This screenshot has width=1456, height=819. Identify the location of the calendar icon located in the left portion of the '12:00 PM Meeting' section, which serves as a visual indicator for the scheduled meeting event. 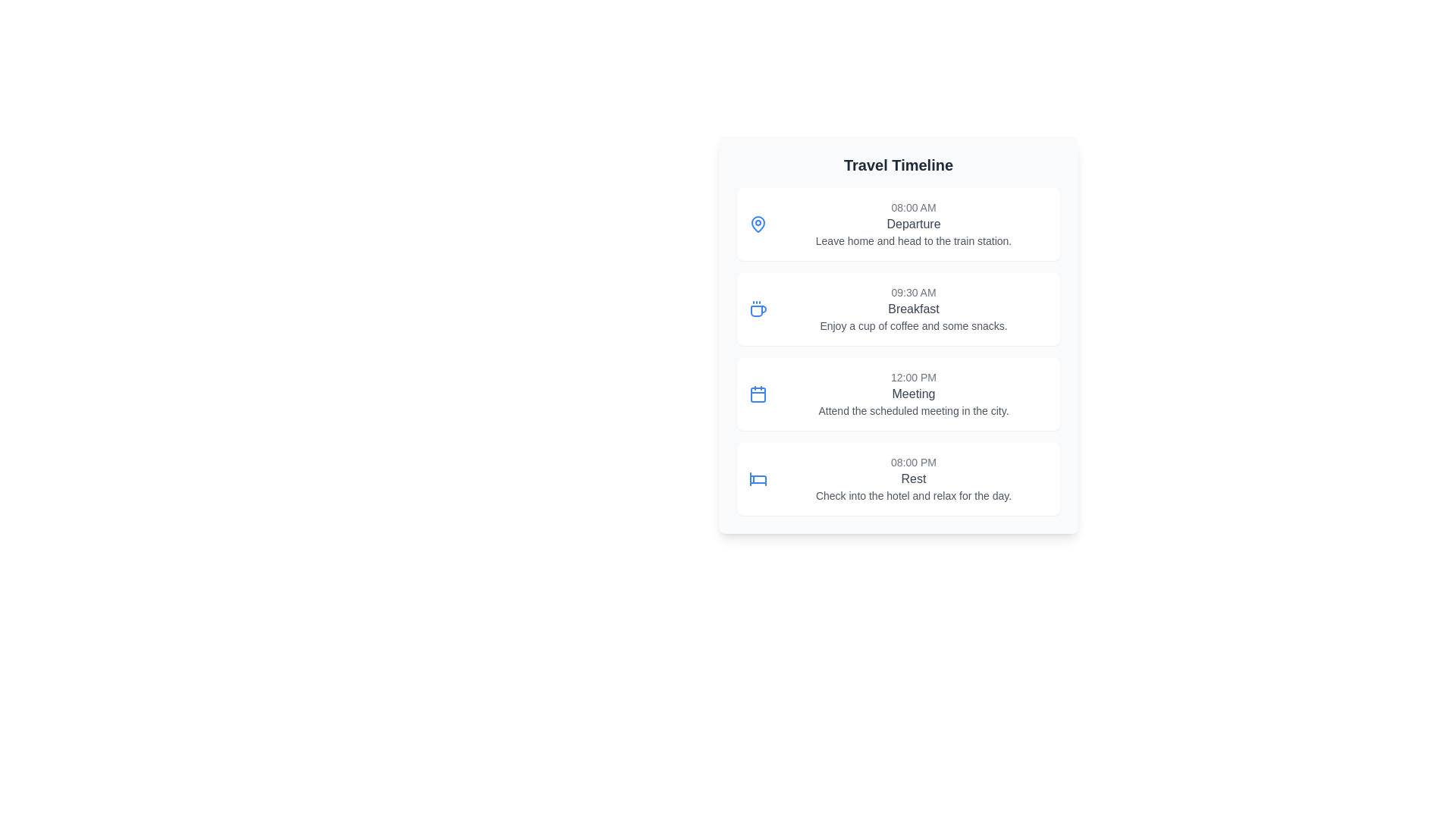
(758, 394).